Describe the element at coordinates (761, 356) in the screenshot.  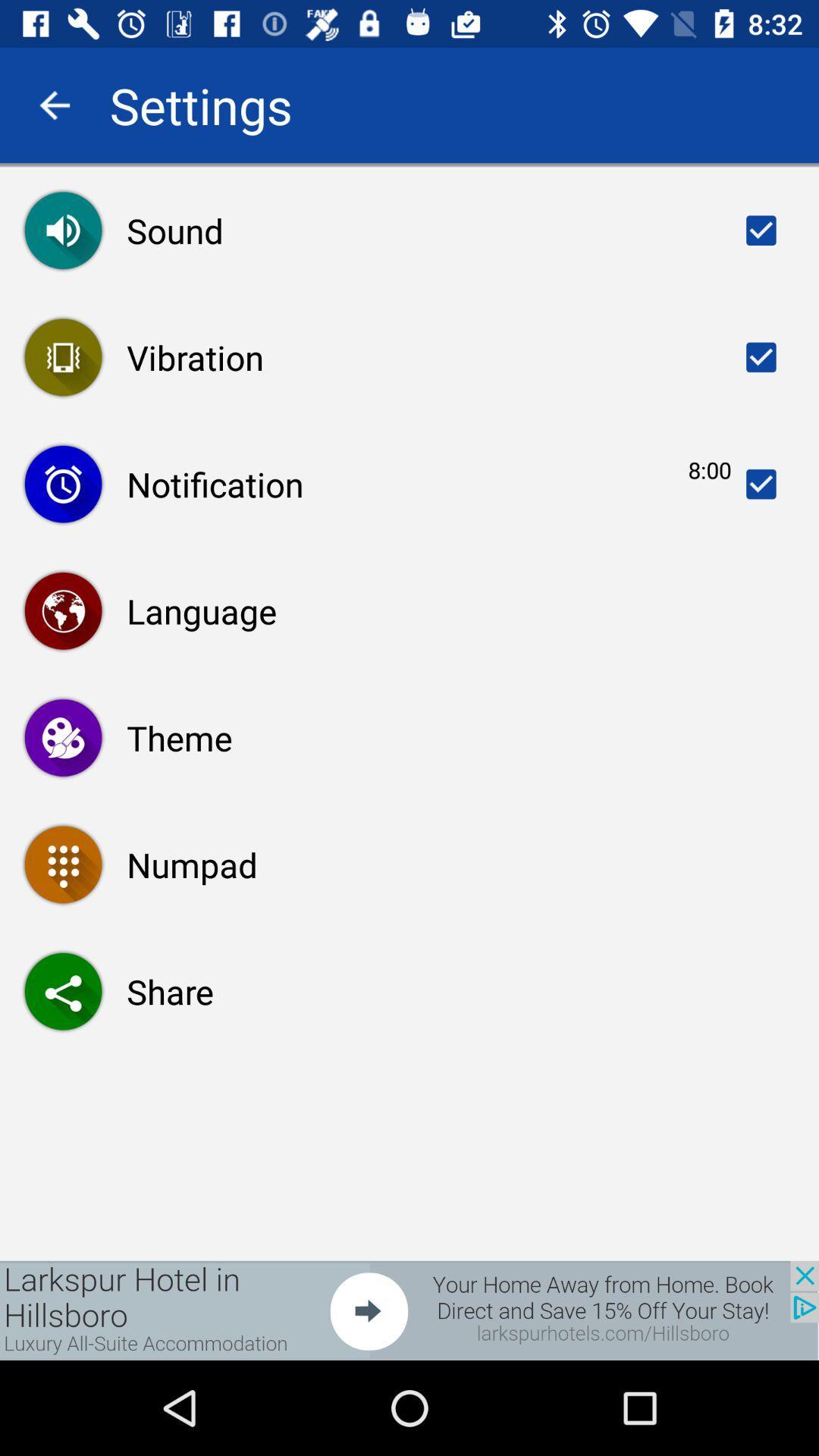
I see `the tick option beside the text vibration` at that location.